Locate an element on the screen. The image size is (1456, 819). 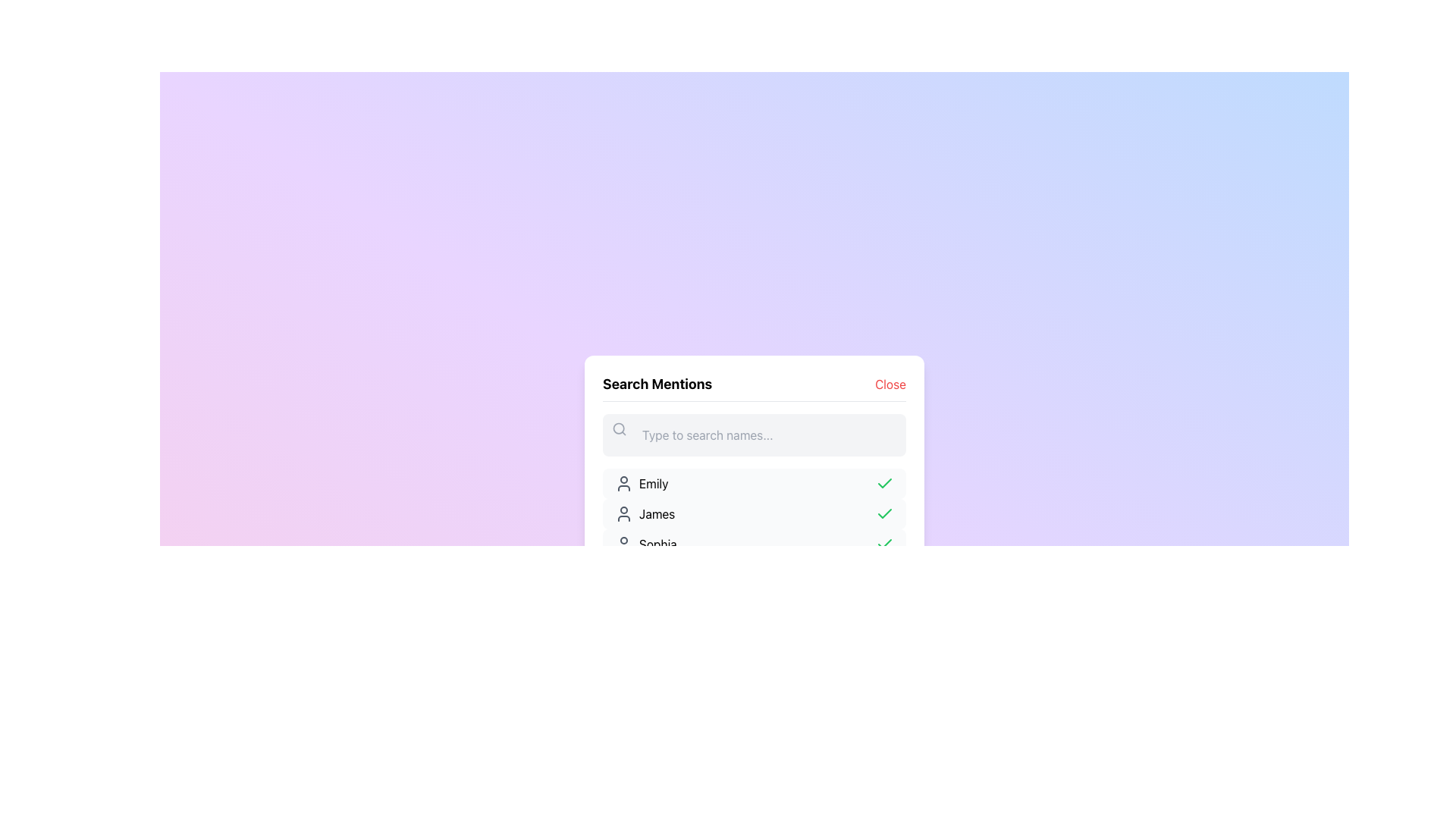
the first list item representing the user profile 'Emily' in the pop-up modal is located at coordinates (754, 483).